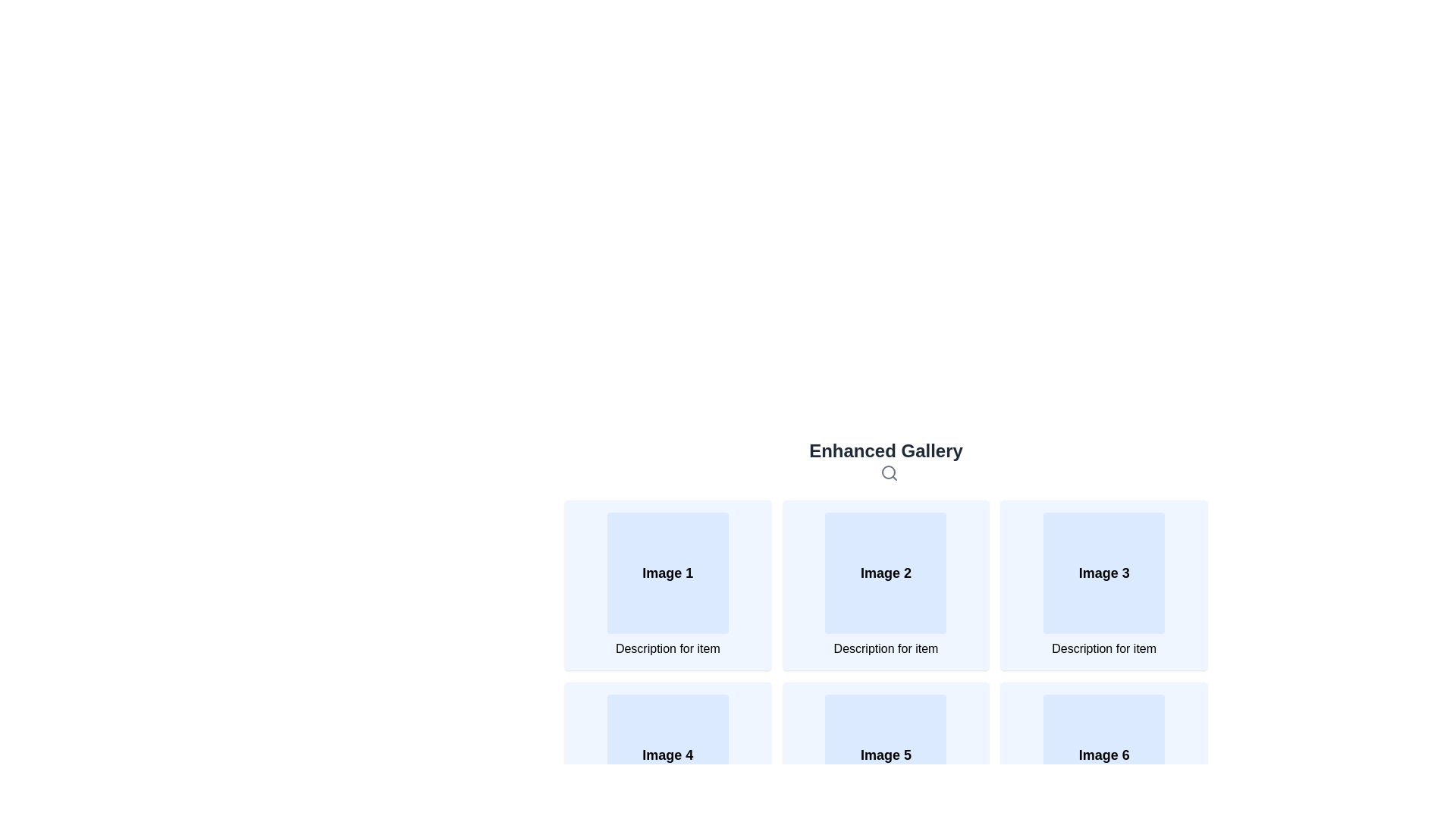  I want to click on the static label providing description for the image item located below the 'Image 3' title in the third card of the first row in the grid layout, so click(1104, 648).